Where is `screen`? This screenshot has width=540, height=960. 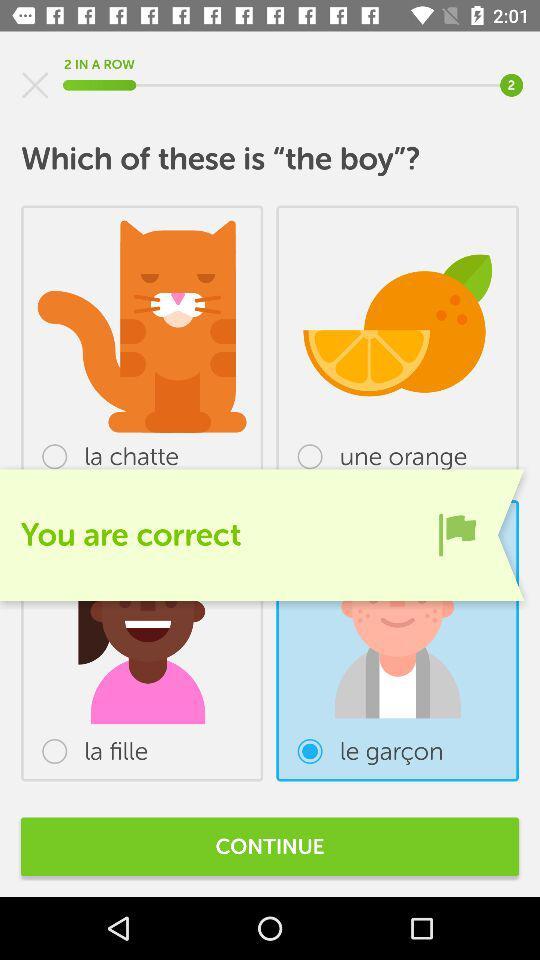 screen is located at coordinates (35, 85).